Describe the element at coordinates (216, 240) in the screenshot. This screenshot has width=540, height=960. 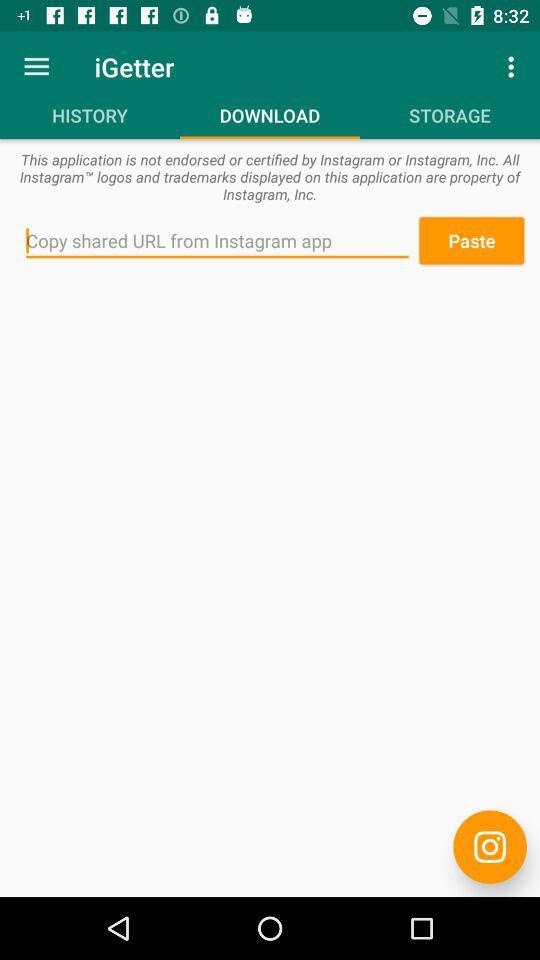
I see `icon below the this application is icon` at that location.